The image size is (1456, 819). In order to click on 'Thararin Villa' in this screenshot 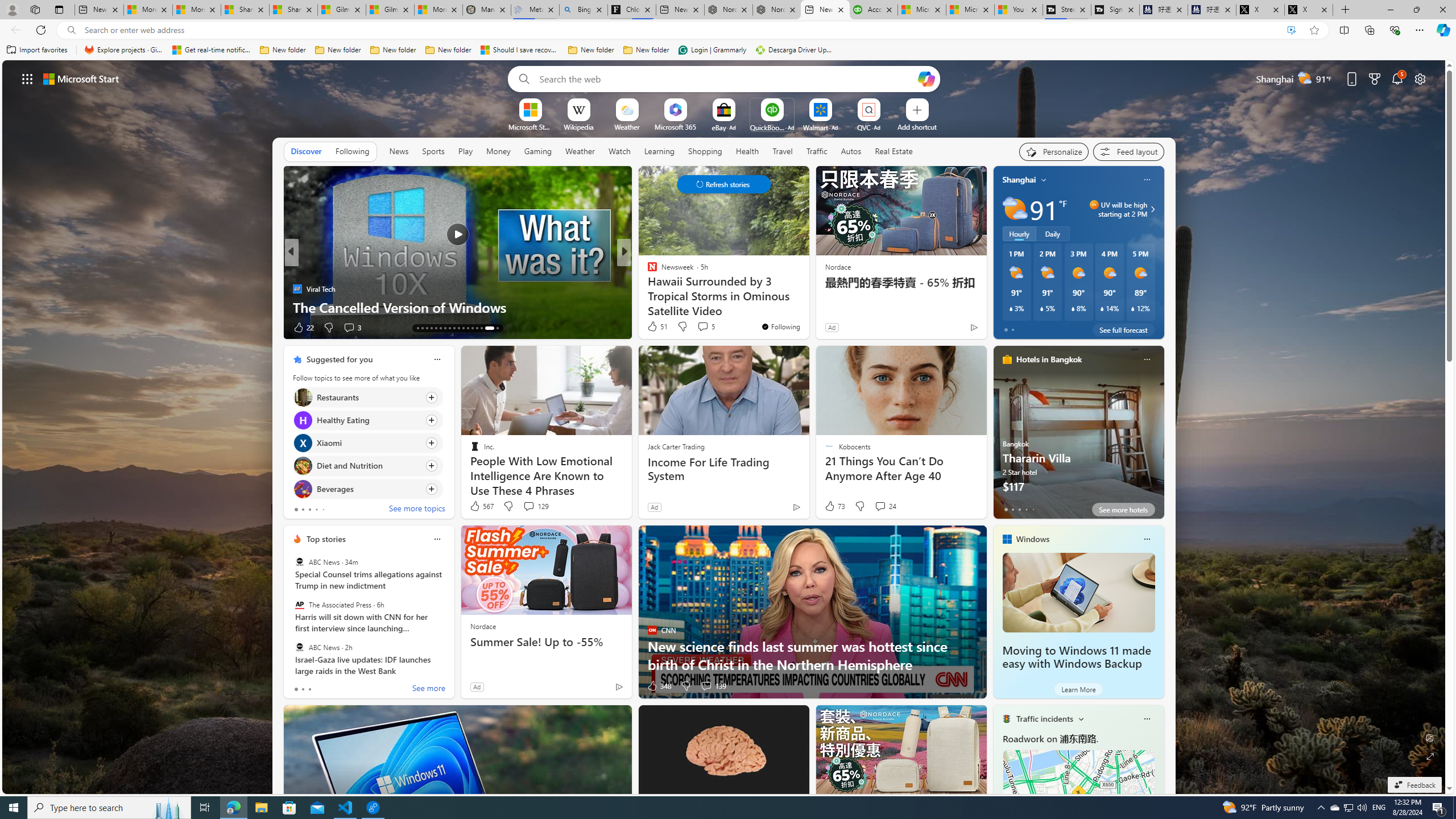, I will do `click(1078, 436)`.